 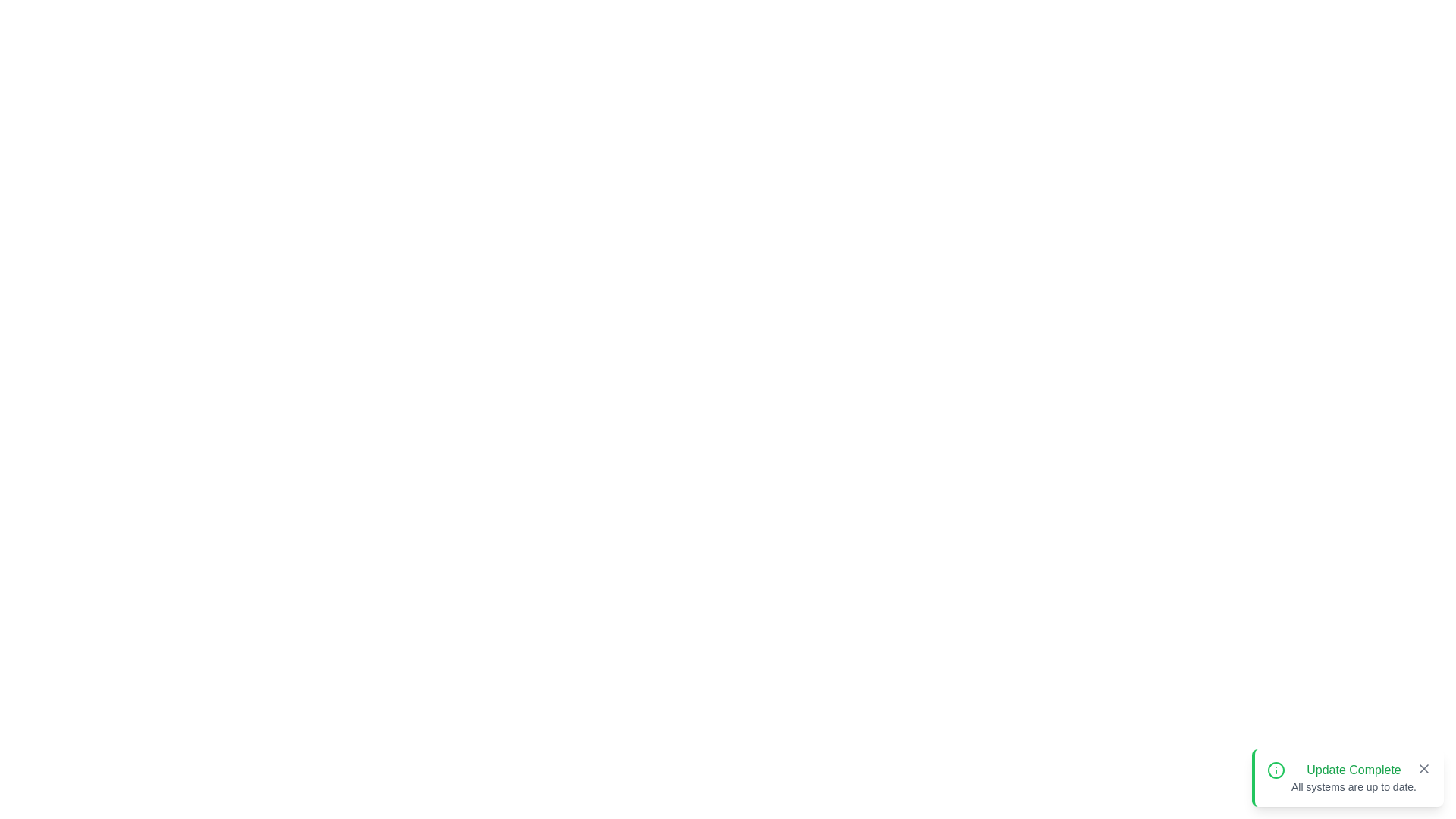 What do you see at coordinates (1423, 769) in the screenshot?
I see `the close button of the notification to dismiss it` at bounding box center [1423, 769].